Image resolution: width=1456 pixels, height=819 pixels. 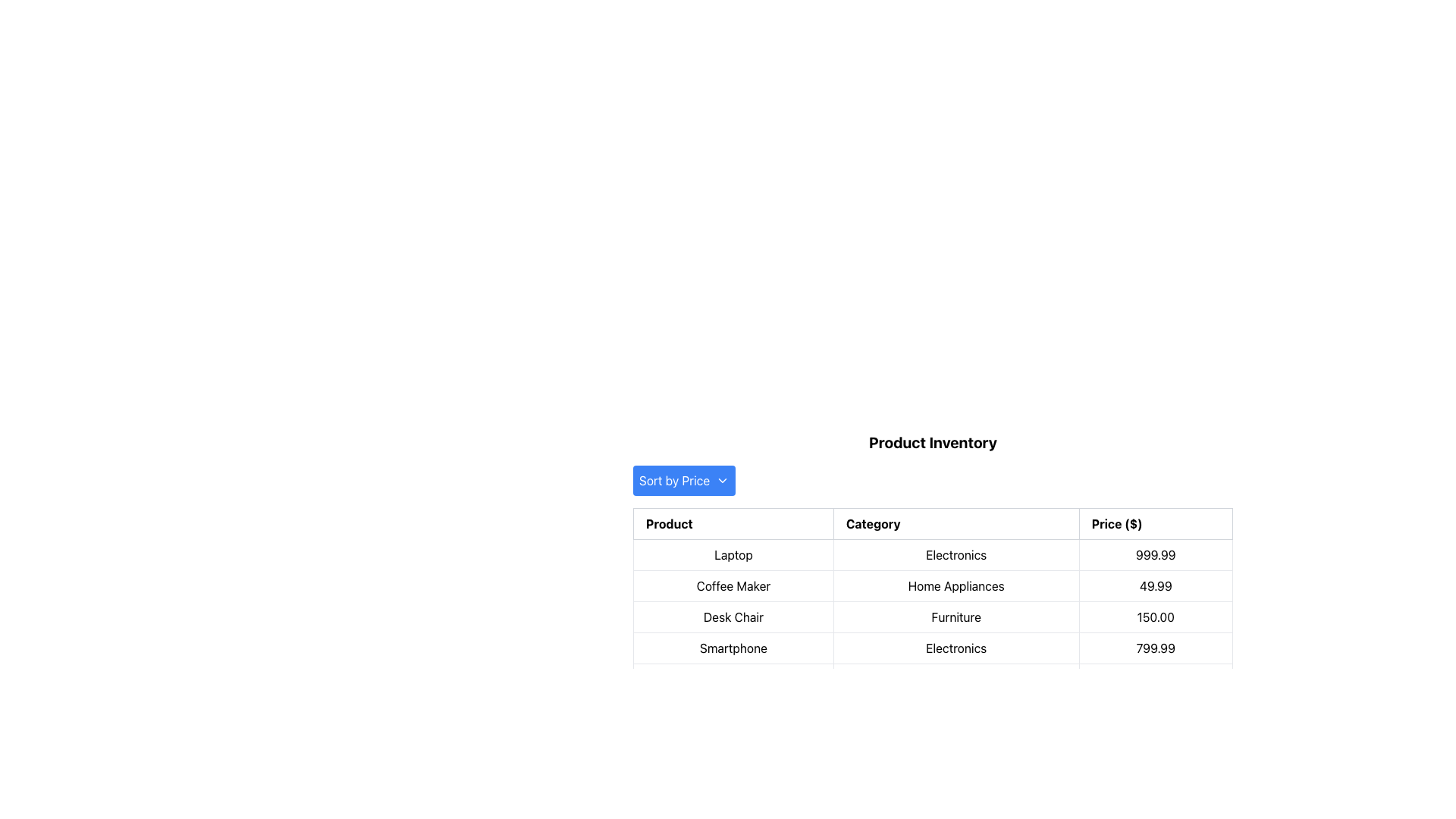 What do you see at coordinates (932, 585) in the screenshot?
I see `the table row displaying 'Coffee Maker', 'Home Appliances', and '49.99', which is located in the second row of the table, between 'Laptop Electronics 999.99' and 'Desk Chair Furniture 150.00'` at bounding box center [932, 585].